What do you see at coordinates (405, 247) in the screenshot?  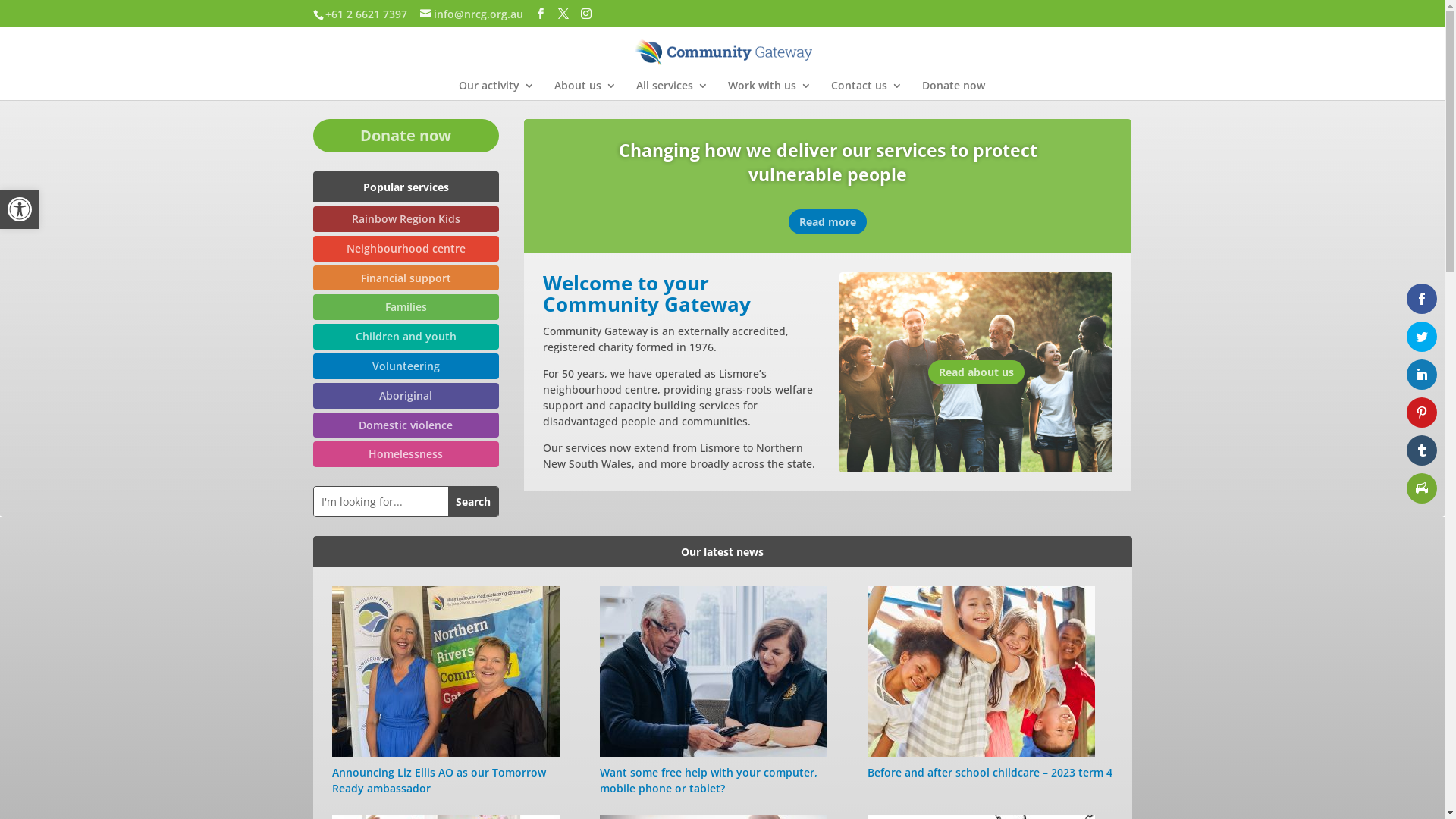 I see `'Neighbourhood centre'` at bounding box center [405, 247].